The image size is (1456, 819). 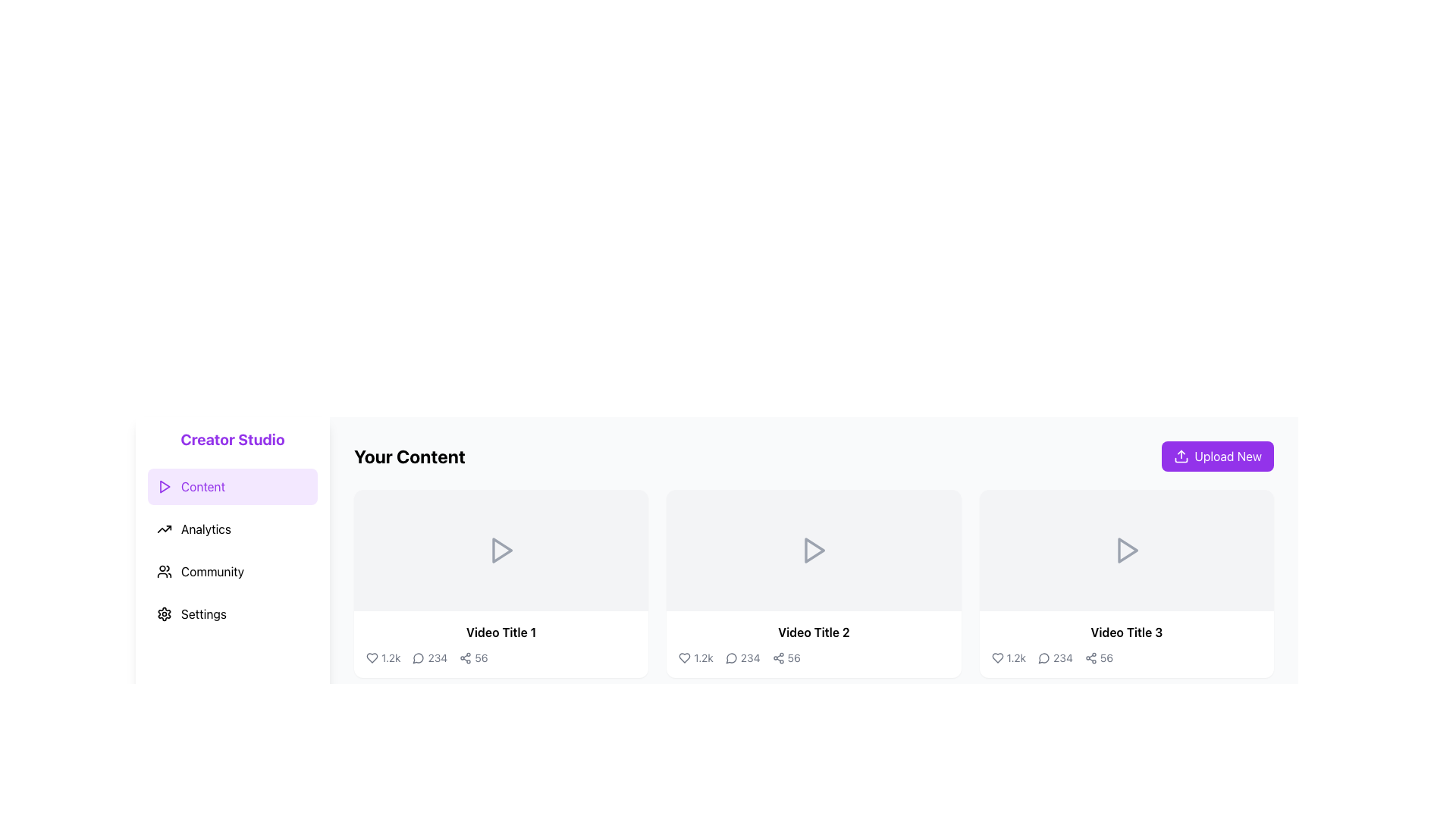 What do you see at coordinates (232, 529) in the screenshot?
I see `the 'Analytics' button located below the 'Content' button and above the 'Community' button in the navigation section` at bounding box center [232, 529].